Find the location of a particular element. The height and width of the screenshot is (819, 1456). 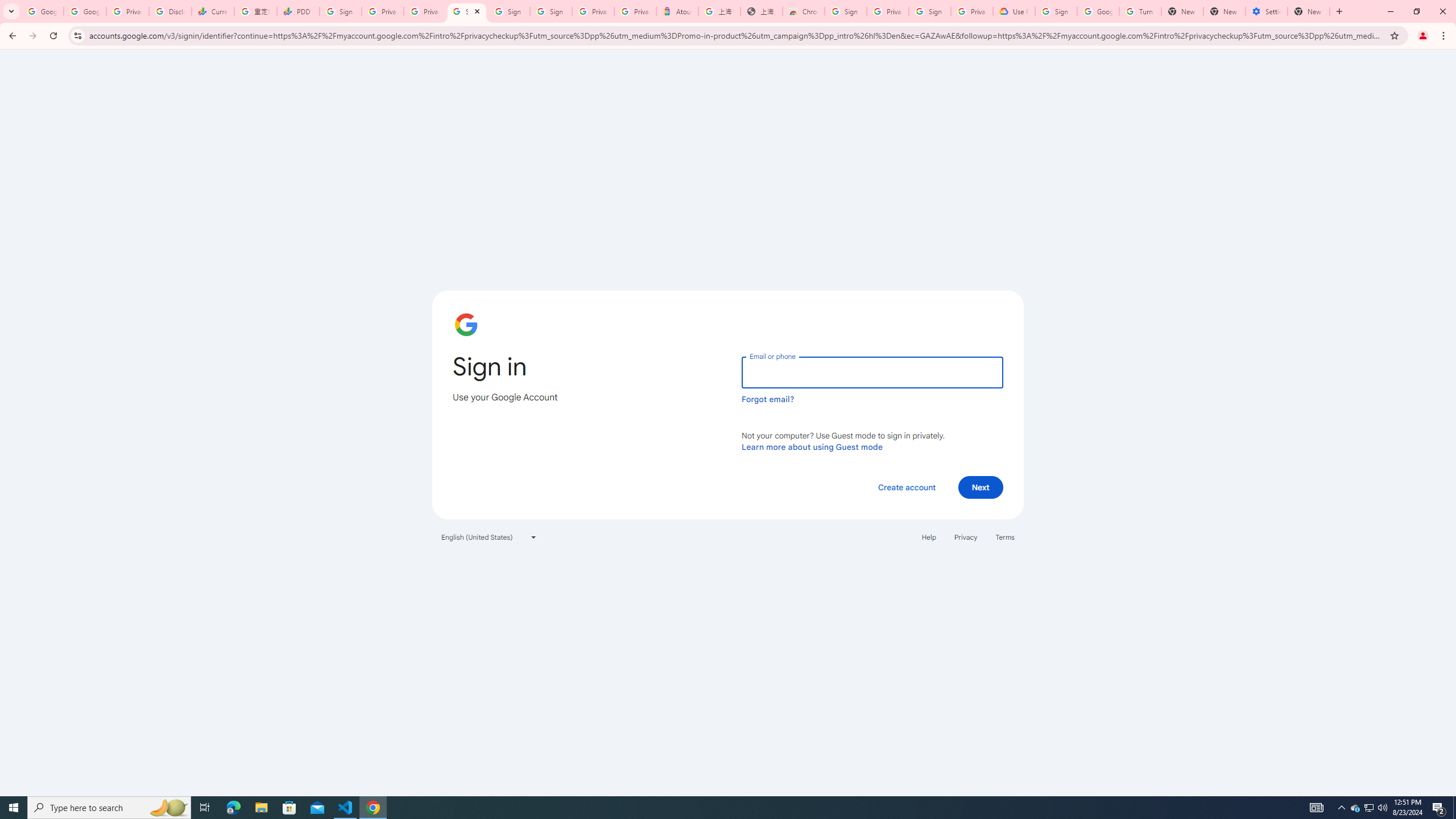

'English (United States)' is located at coordinates (489, 536).